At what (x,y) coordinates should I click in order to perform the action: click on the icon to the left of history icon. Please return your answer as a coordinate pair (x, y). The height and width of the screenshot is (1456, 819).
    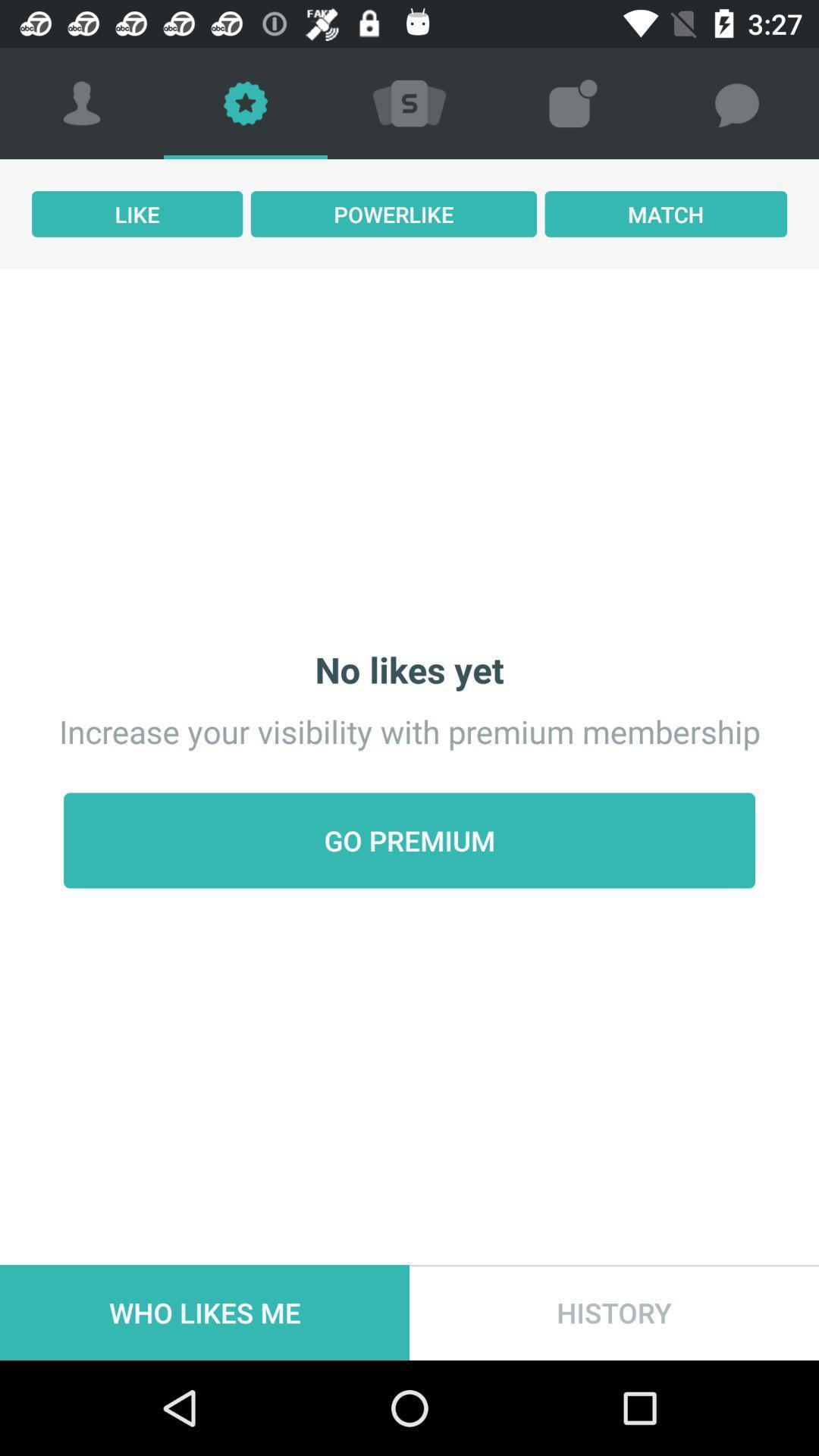
    Looking at the image, I should click on (205, 1312).